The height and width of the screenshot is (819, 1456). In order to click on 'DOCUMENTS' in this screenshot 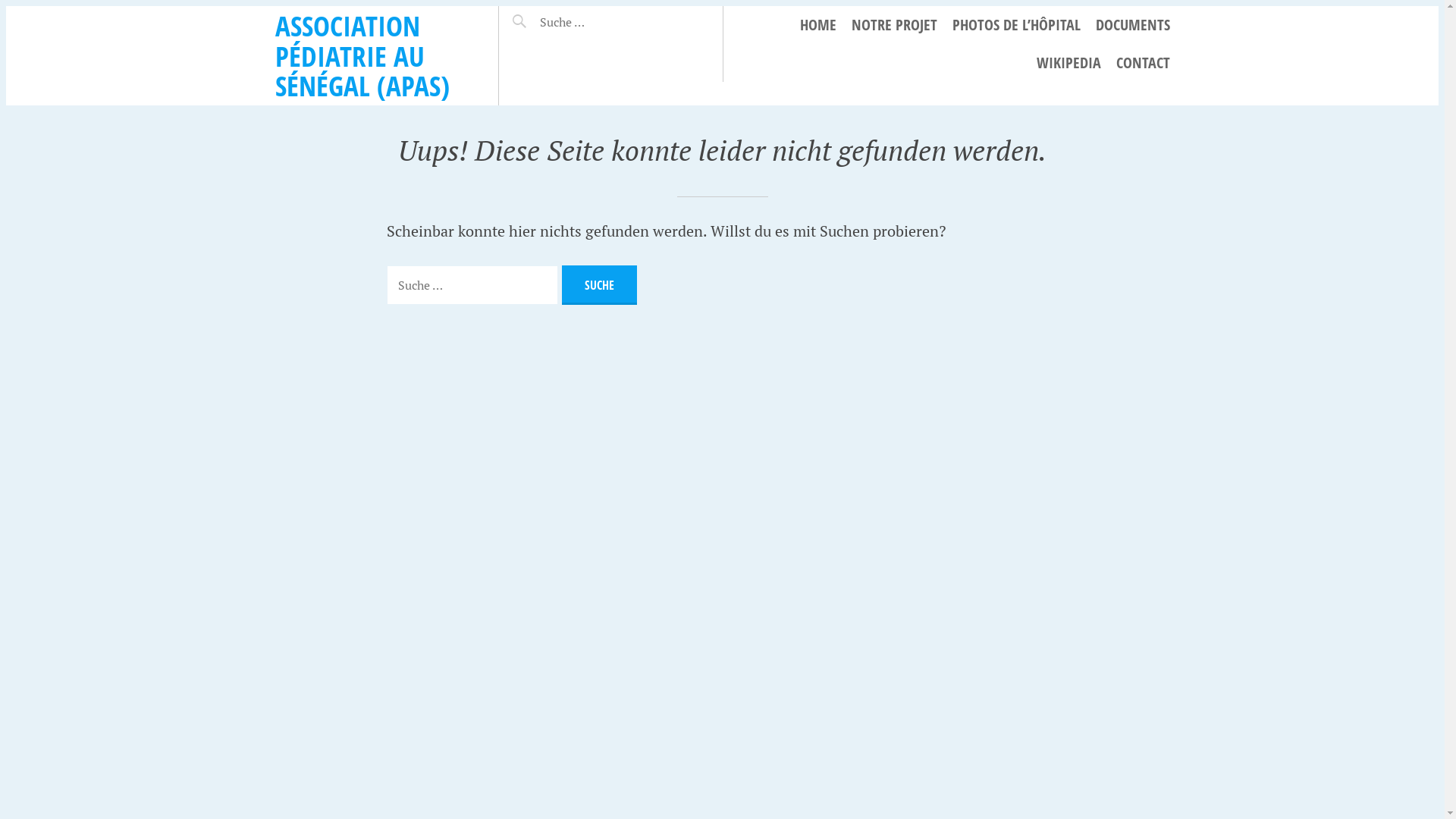, I will do `click(1095, 25)`.